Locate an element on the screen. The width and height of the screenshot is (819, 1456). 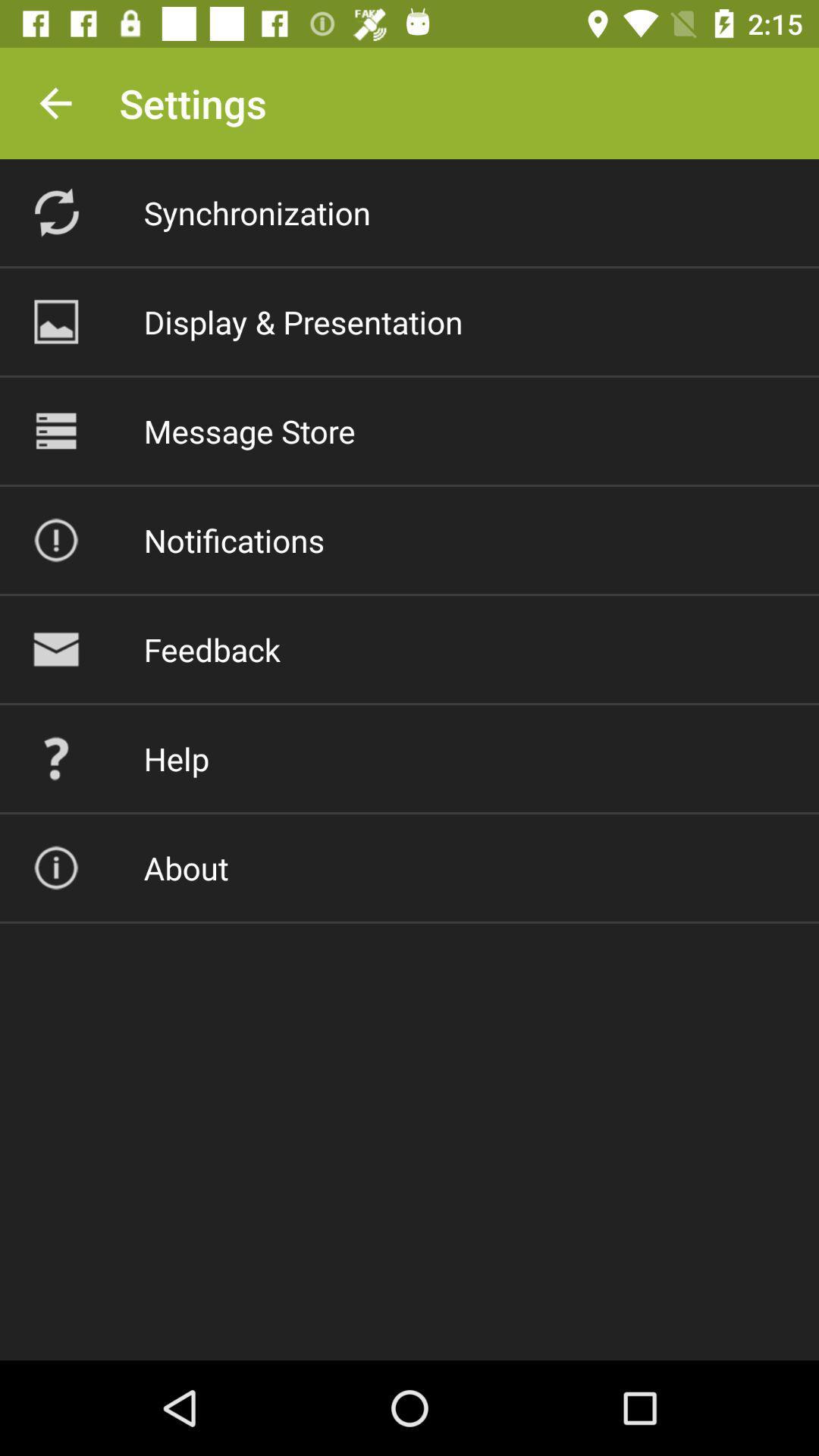
feedback item is located at coordinates (212, 649).